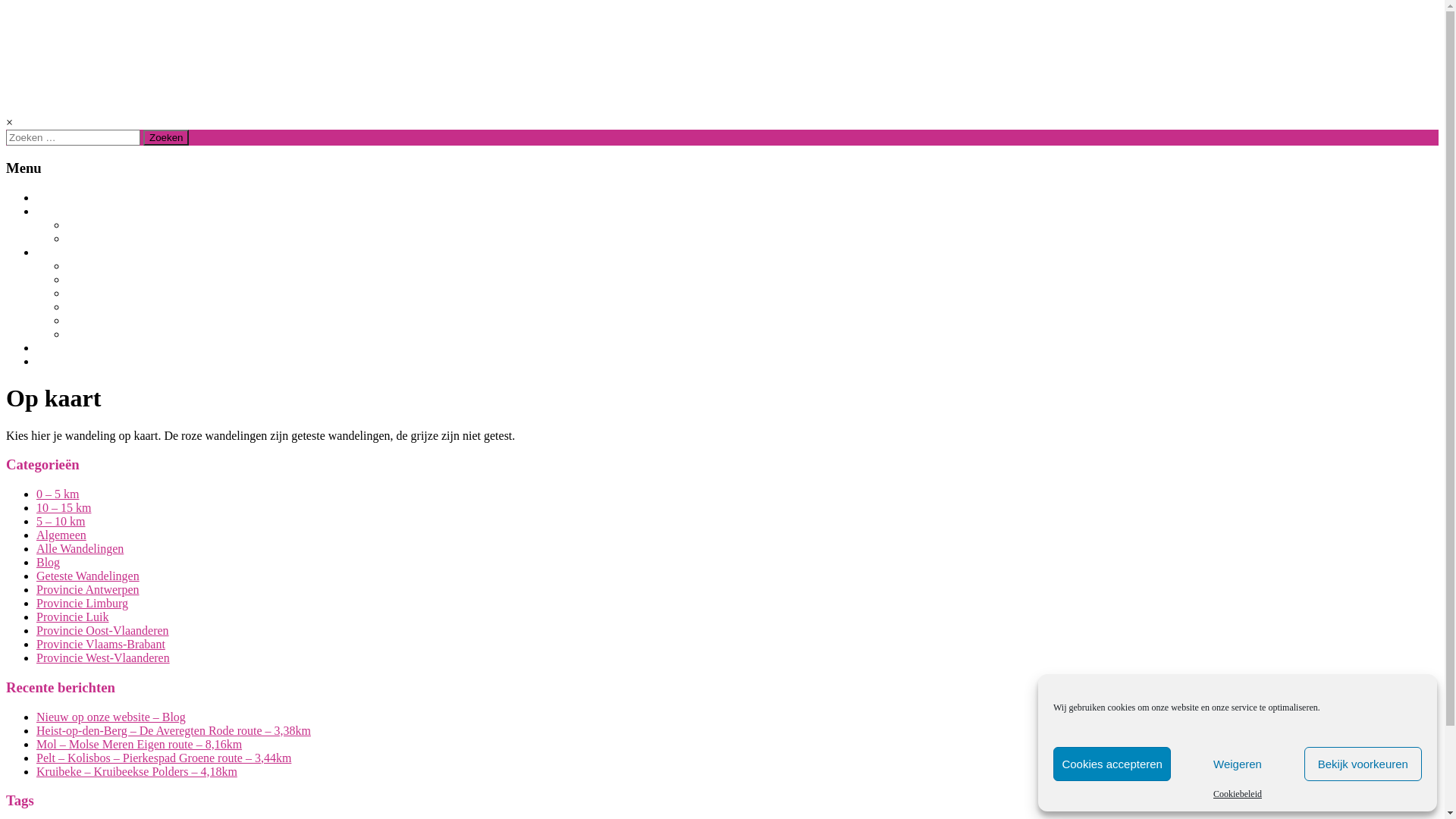  I want to click on 'Provincie West-Vlaanderen', so click(102, 657).